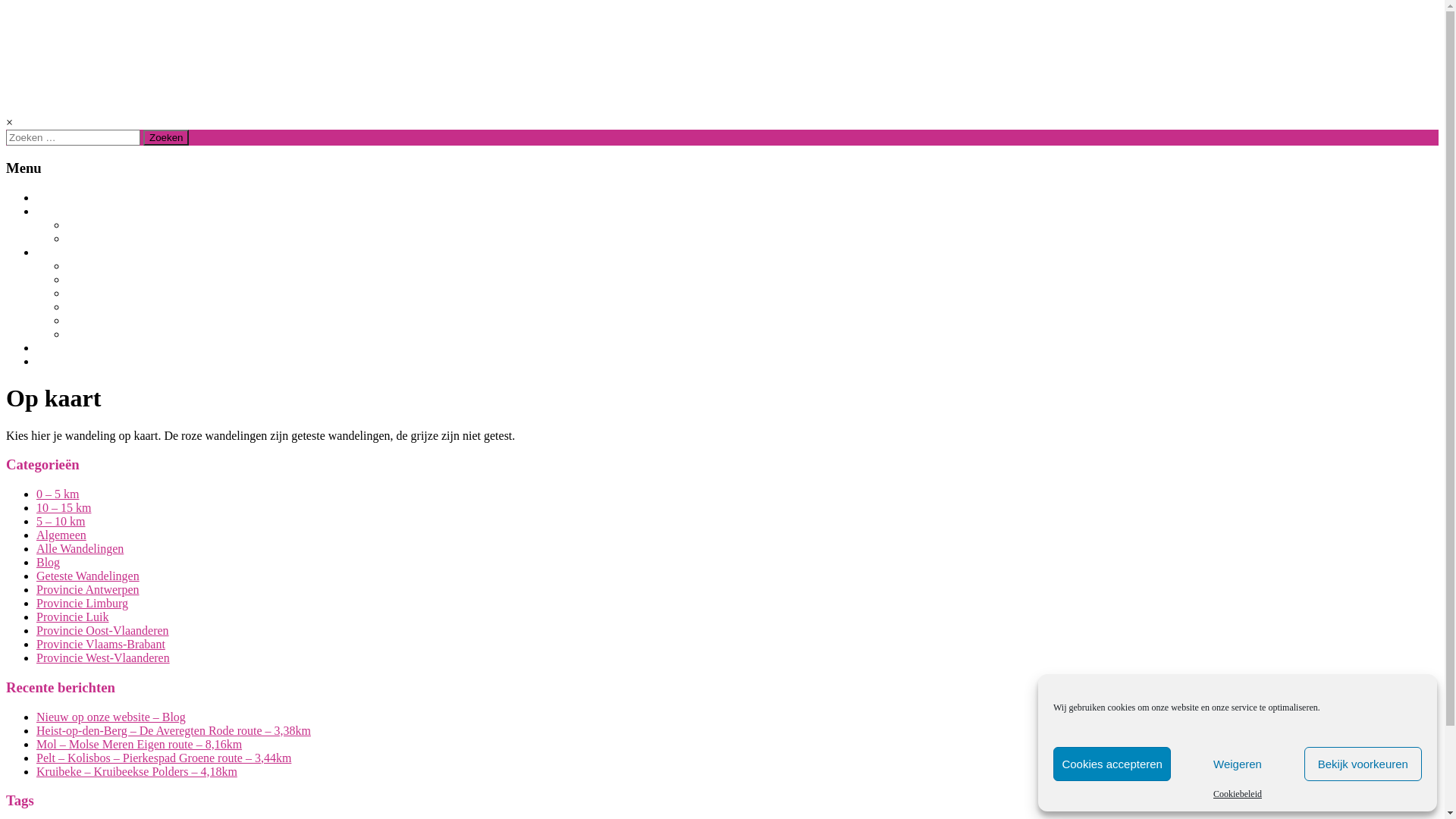  I want to click on 'Provincie West-Vlaanderen', so click(102, 657).